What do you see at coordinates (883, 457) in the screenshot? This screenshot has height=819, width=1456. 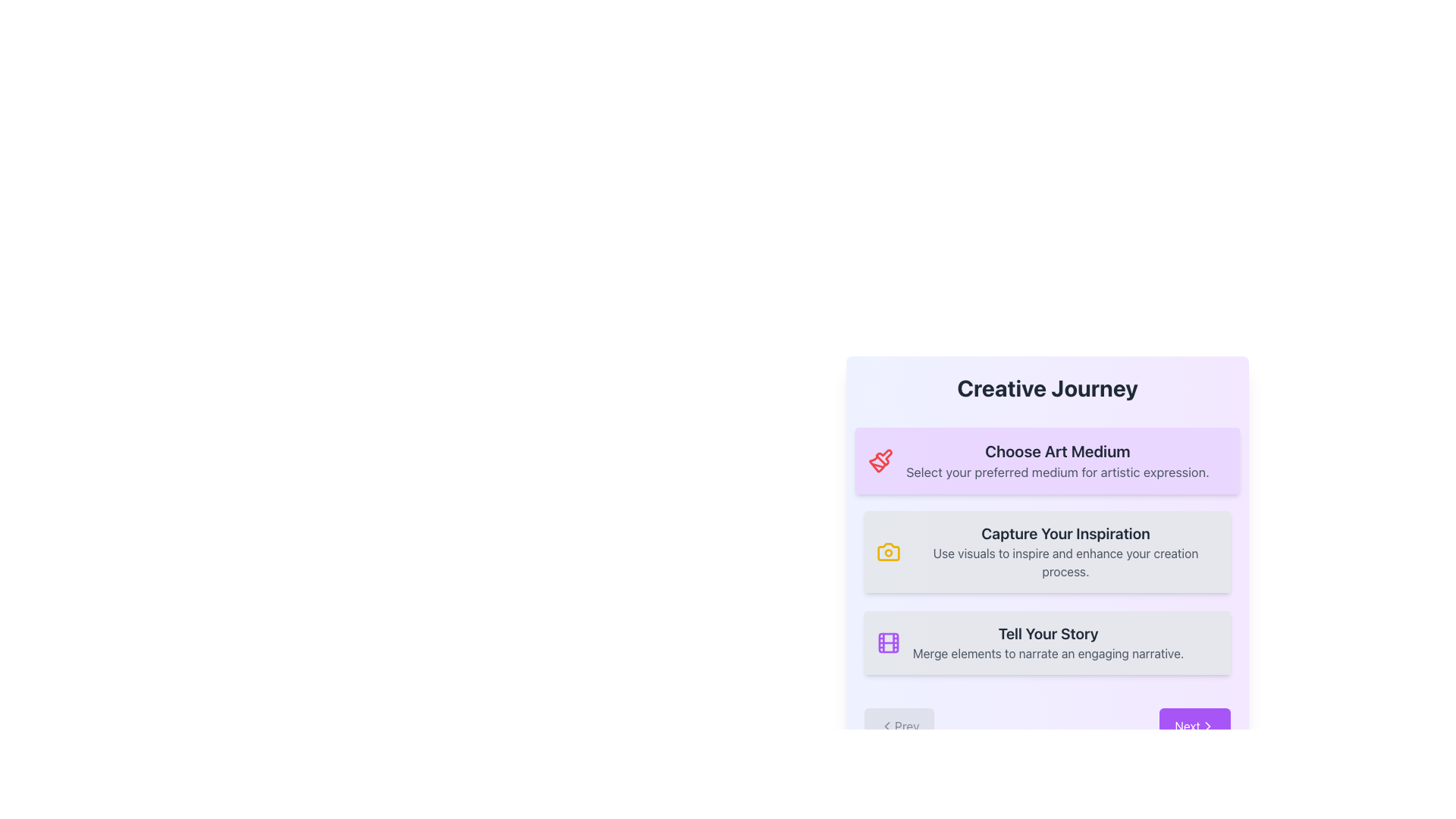 I see `the red stylized paintbrush icon located immediately to the left of the text 'Choose Art Medium' in the 'Creative Journey' section` at bounding box center [883, 457].